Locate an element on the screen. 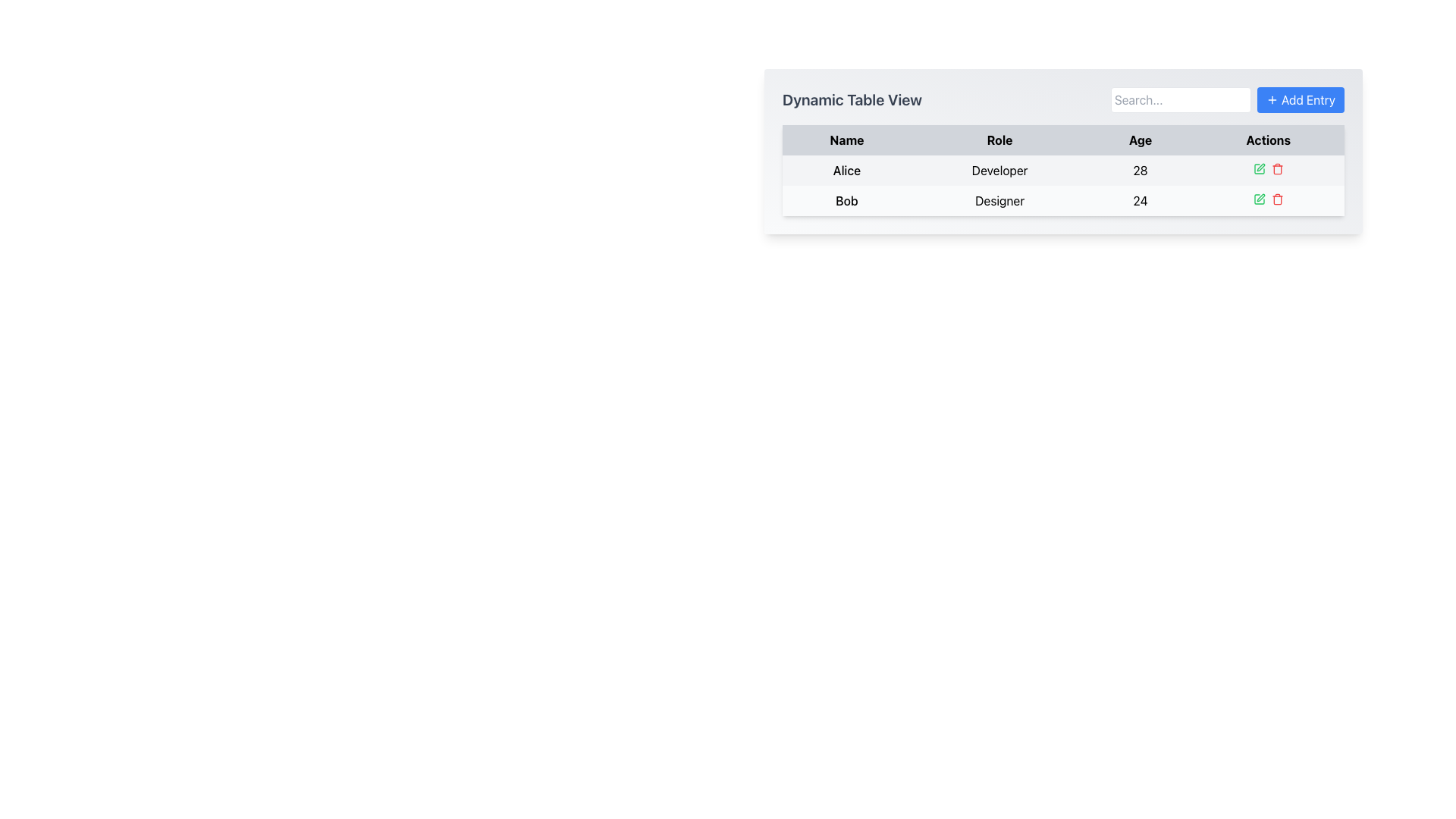 This screenshot has width=1456, height=819. the number '28' element, which is the third column in the row listing details of 'Alice', styled with black color font and positioned to the right of the 'Developer' cell is located at coordinates (1141, 170).